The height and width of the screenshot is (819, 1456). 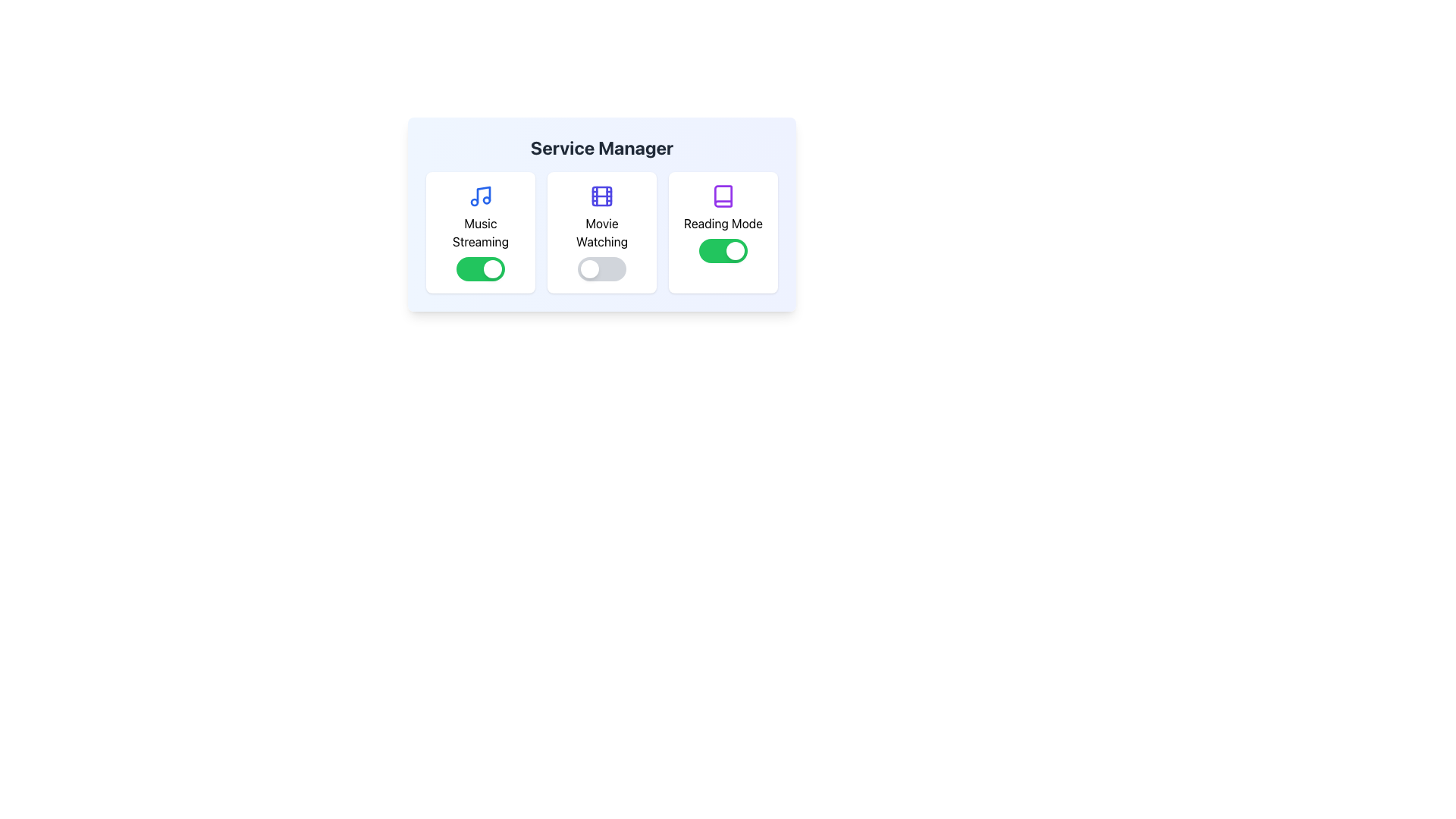 What do you see at coordinates (601, 233) in the screenshot?
I see `the 'Movie Watching' text label located centrally in the middle card of the three-card layout under the 'Service Manager' header` at bounding box center [601, 233].